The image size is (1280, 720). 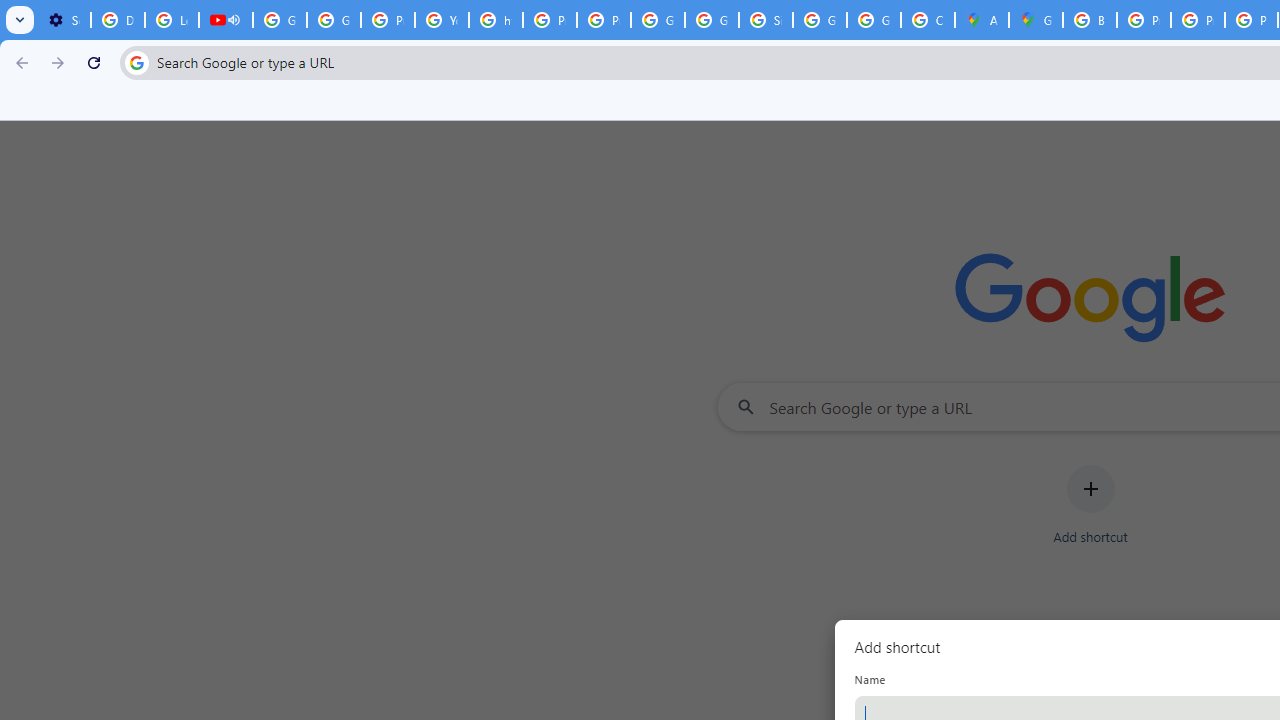 What do you see at coordinates (279, 20) in the screenshot?
I see `'Google Account Help'` at bounding box center [279, 20].